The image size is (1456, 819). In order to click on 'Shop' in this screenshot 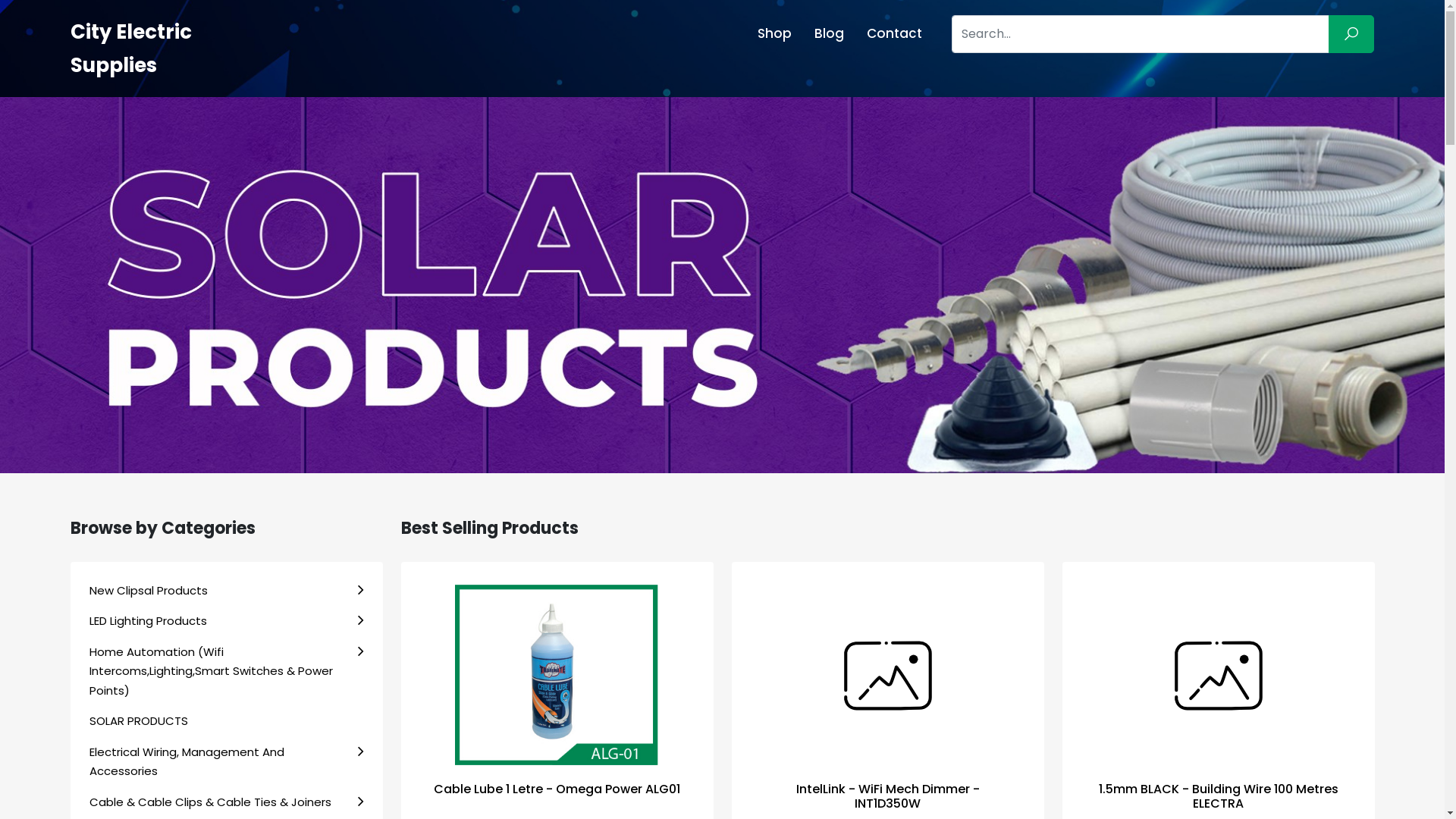, I will do `click(745, 33)`.